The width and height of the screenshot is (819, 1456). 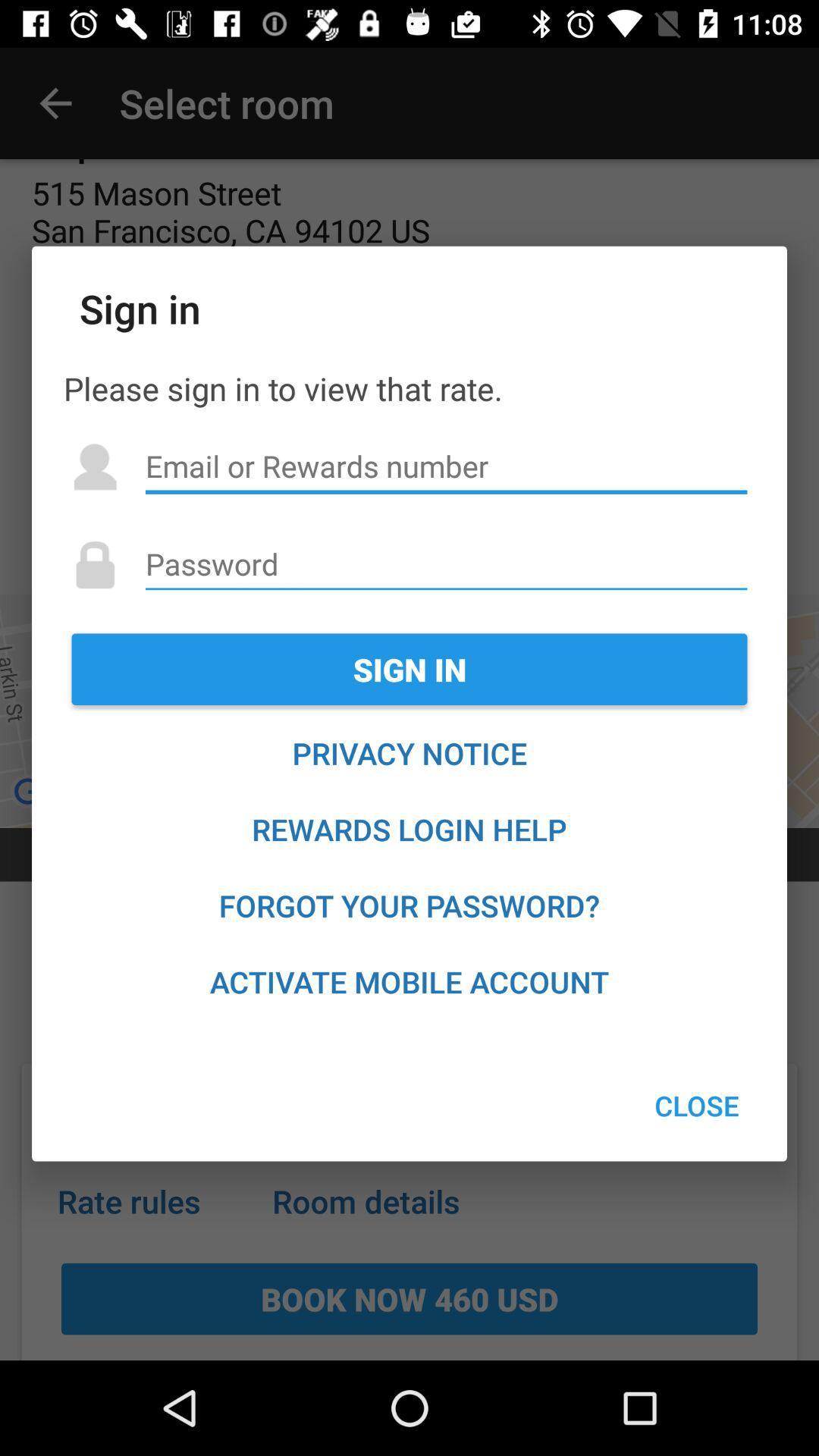 What do you see at coordinates (697, 1106) in the screenshot?
I see `the icon at the bottom right corner` at bounding box center [697, 1106].